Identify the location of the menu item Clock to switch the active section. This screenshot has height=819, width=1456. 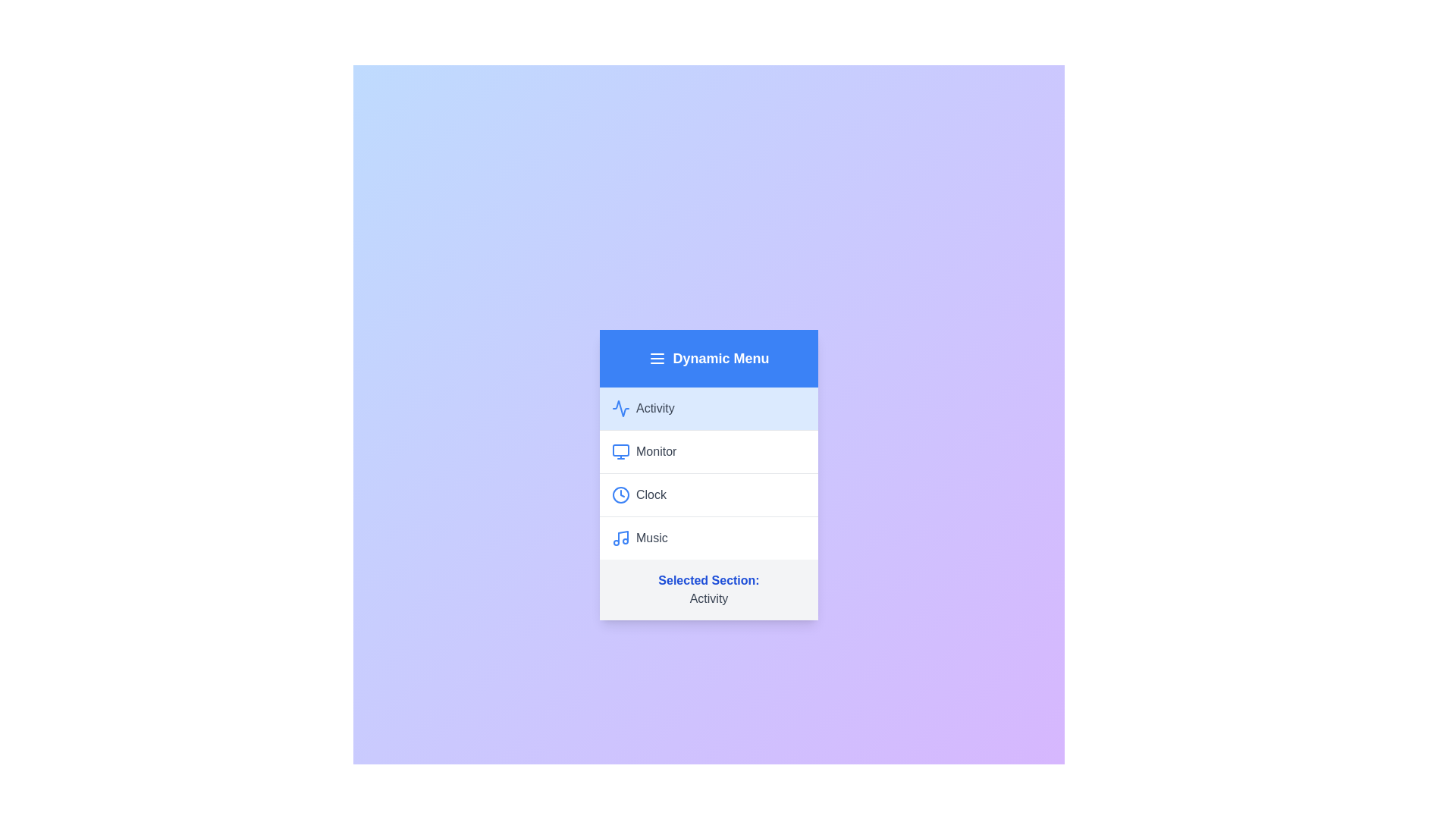
(708, 494).